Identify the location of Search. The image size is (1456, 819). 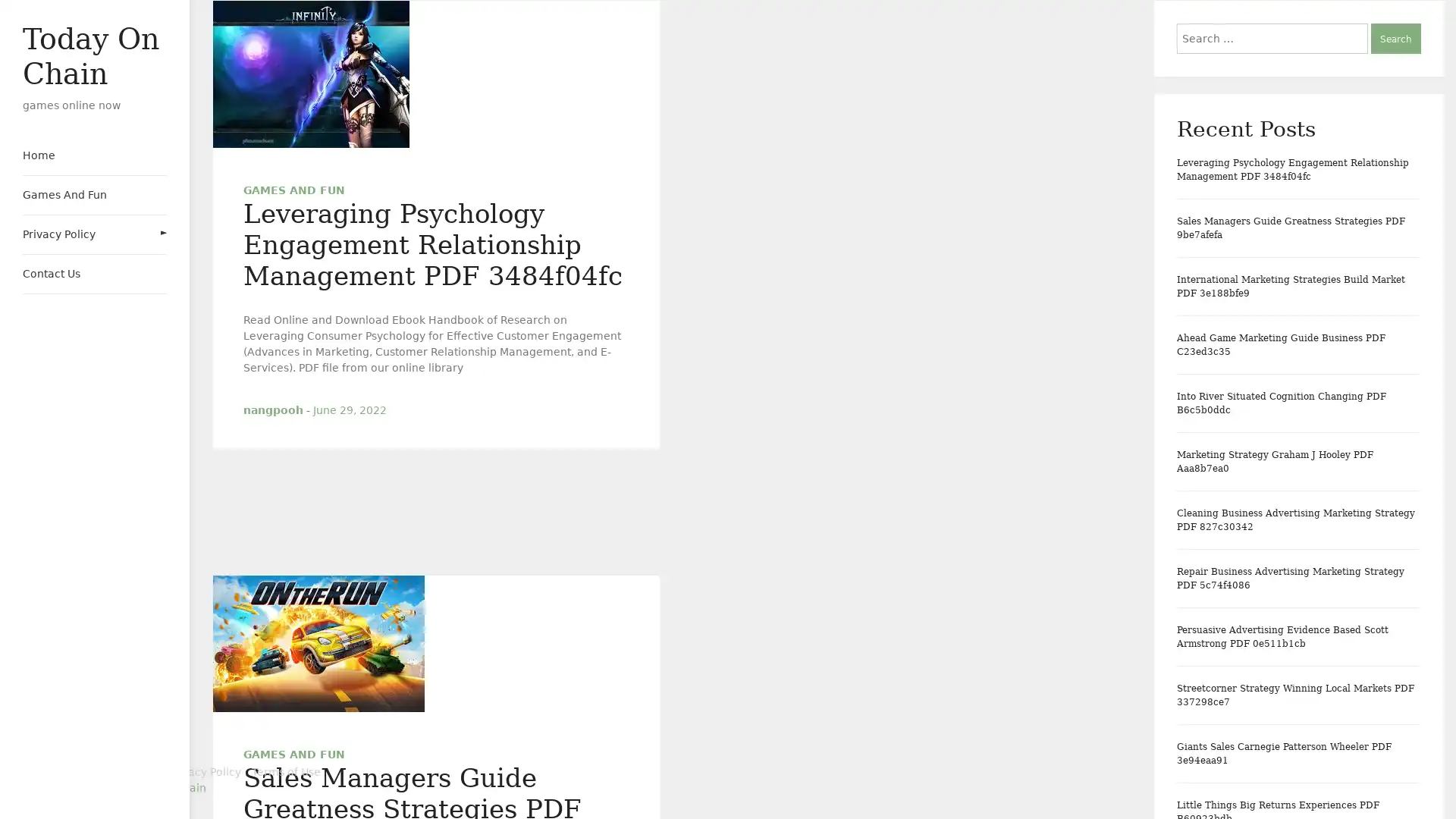
(1395, 37).